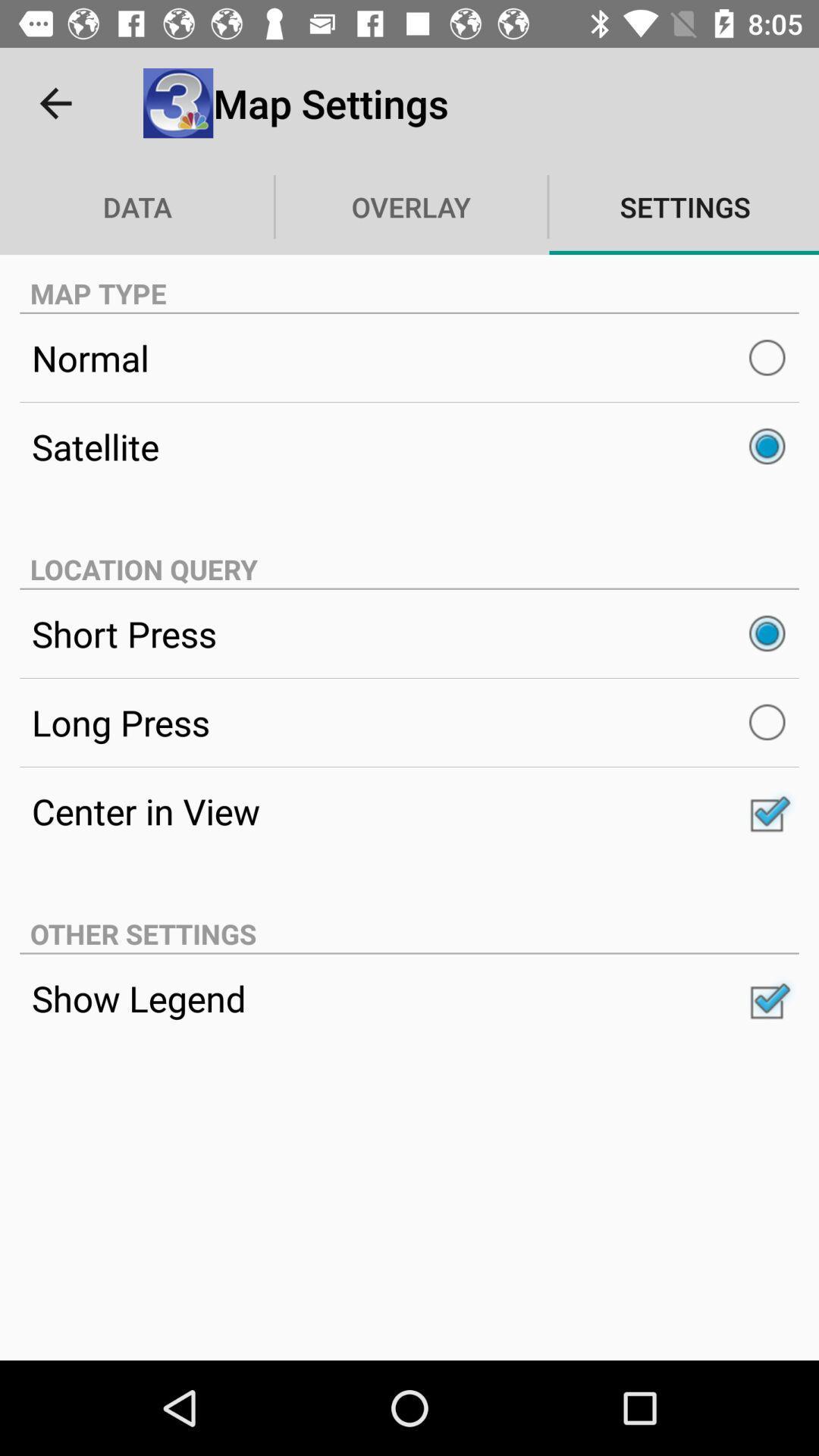 The height and width of the screenshot is (1456, 819). I want to click on icon below normal, so click(409, 446).